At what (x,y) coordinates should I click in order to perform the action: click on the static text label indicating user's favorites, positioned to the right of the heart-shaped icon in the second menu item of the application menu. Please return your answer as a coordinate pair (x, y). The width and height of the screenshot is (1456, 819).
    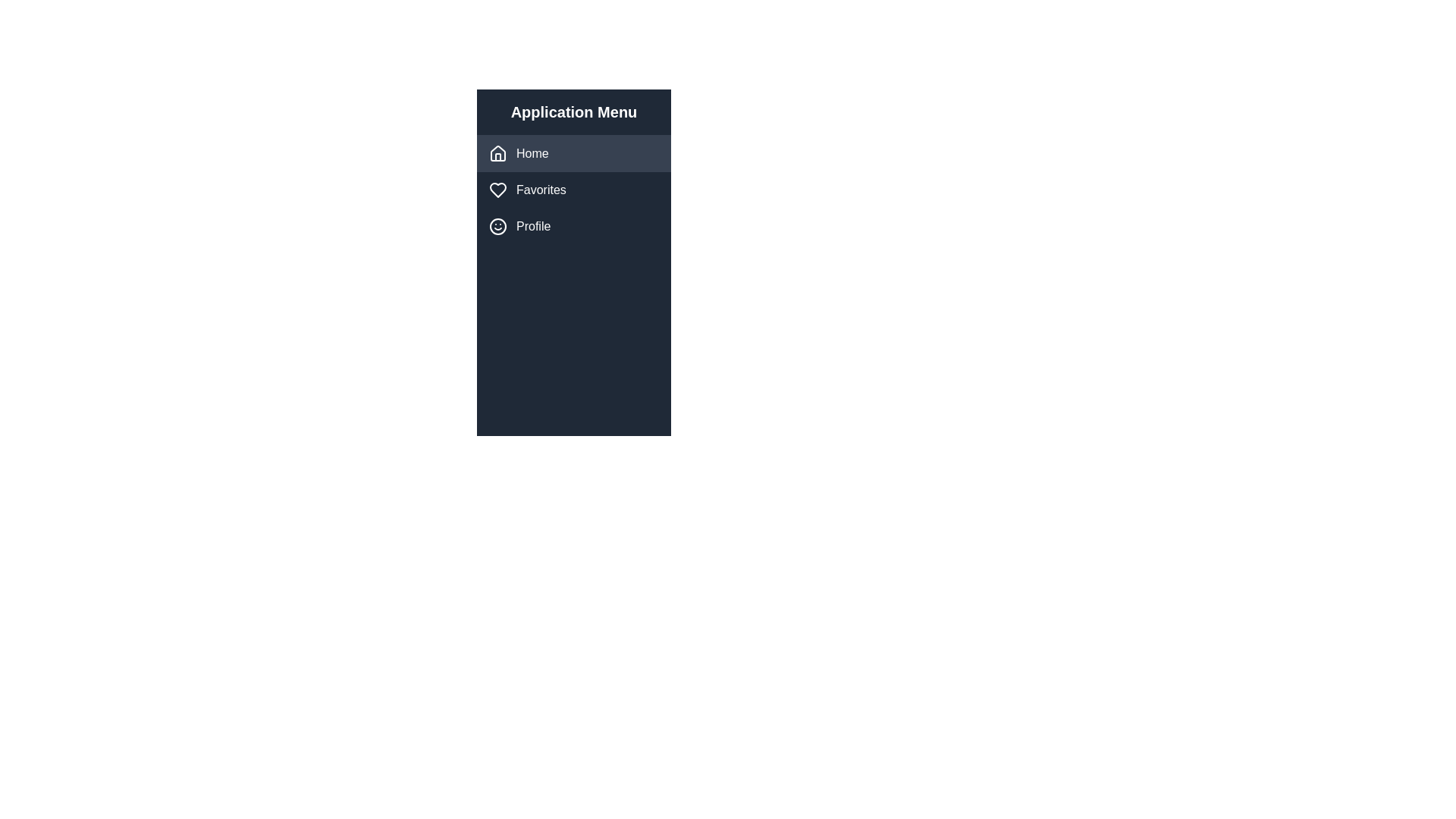
    Looking at the image, I should click on (541, 189).